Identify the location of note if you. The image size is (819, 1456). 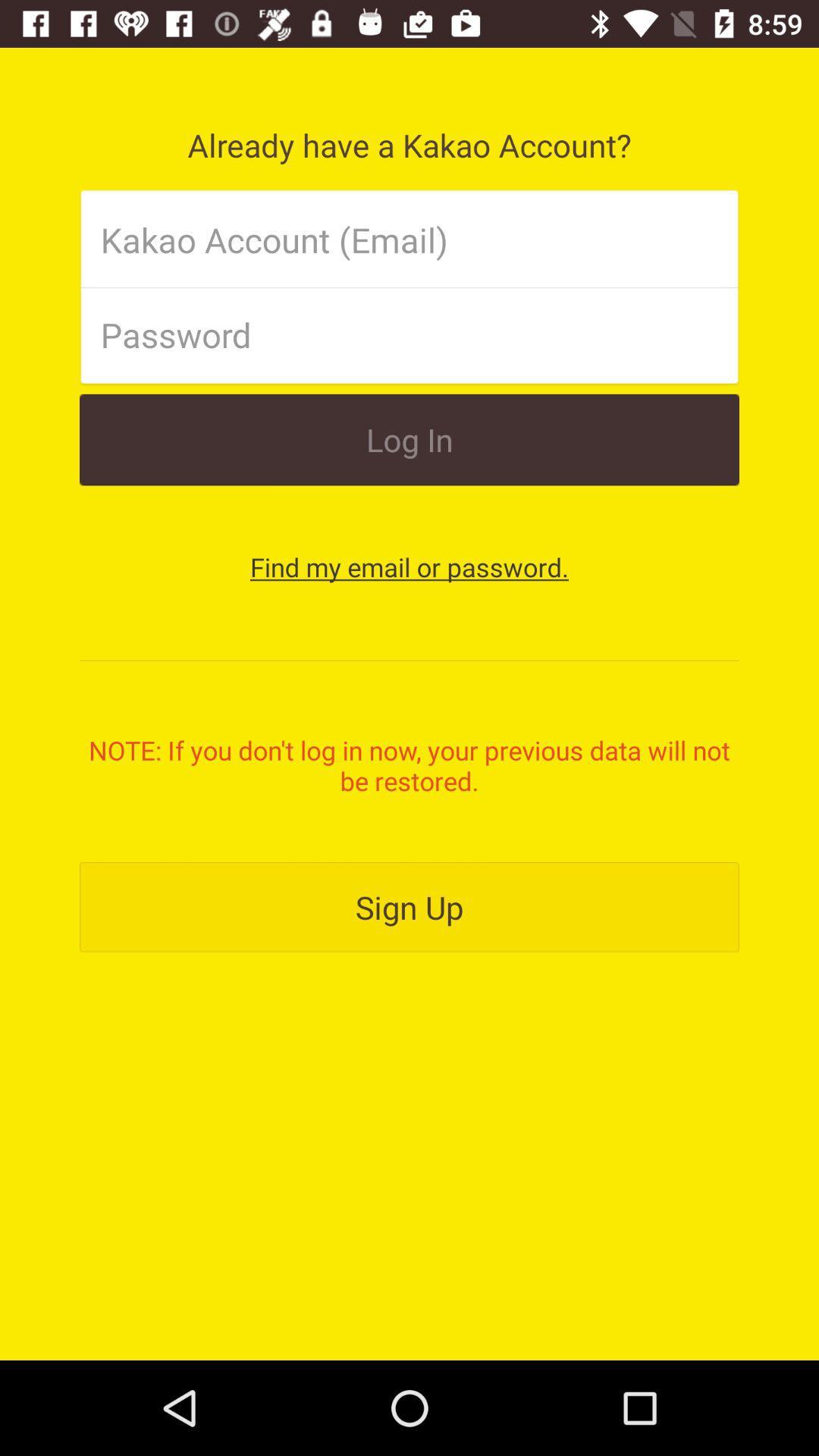
(409, 765).